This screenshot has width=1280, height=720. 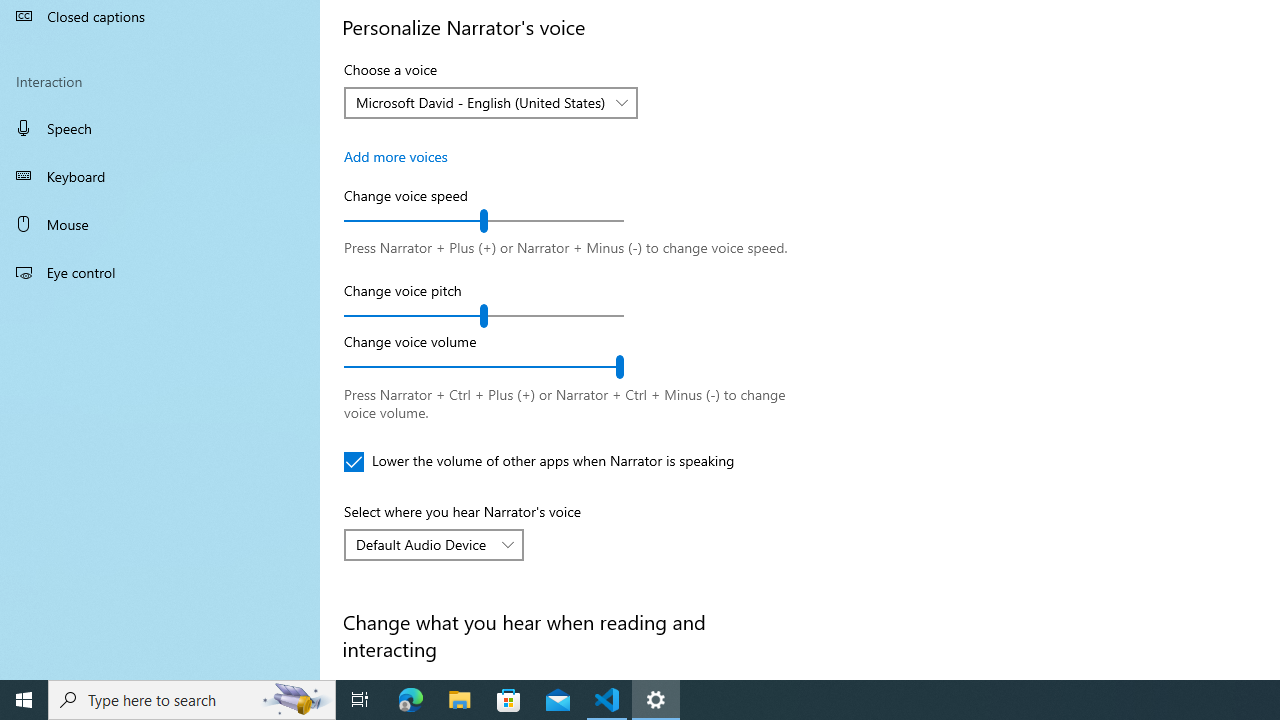 What do you see at coordinates (539, 461) in the screenshot?
I see `'Lower the volume of other apps when Narrator is speaking'` at bounding box center [539, 461].